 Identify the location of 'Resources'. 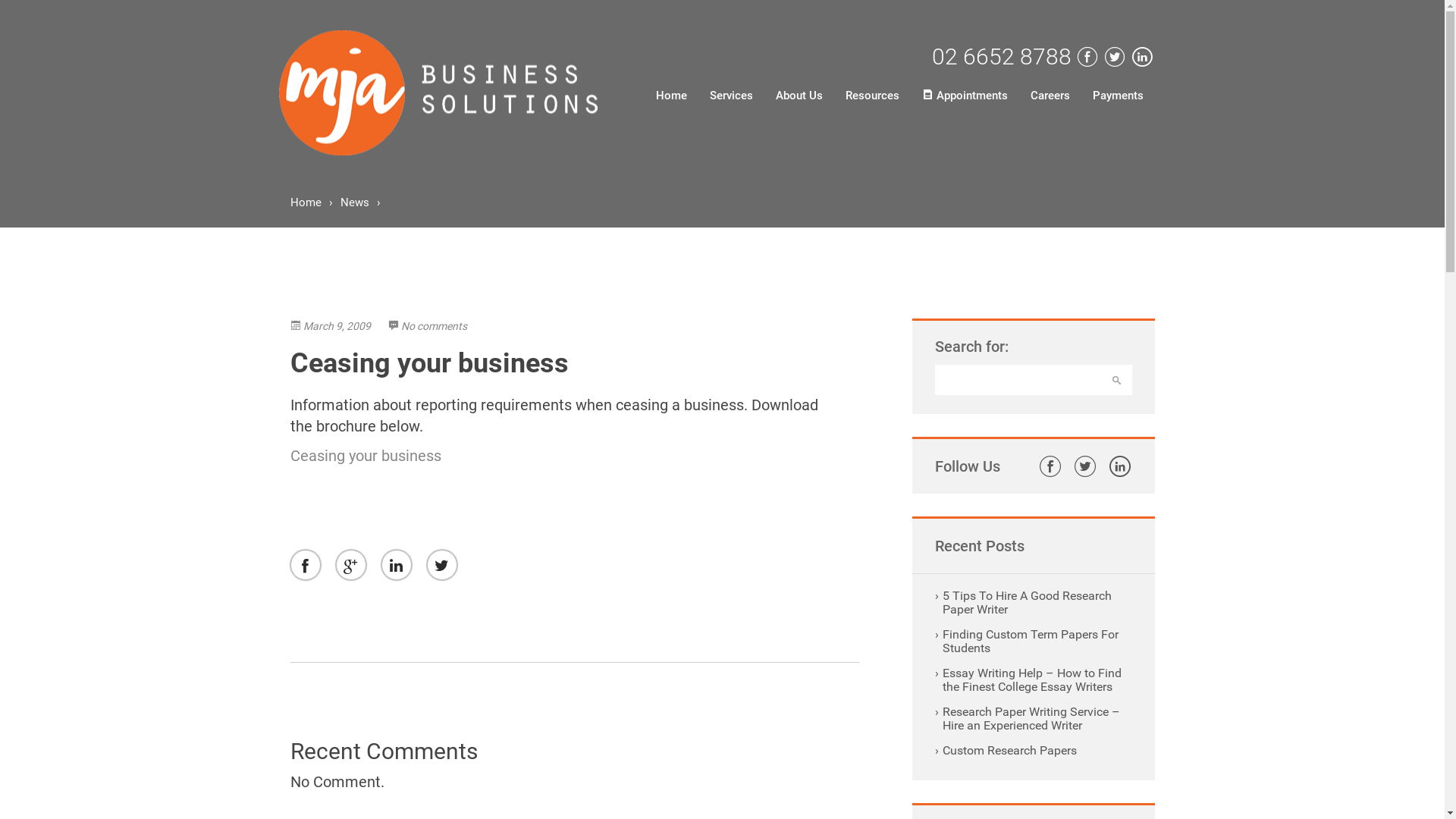
(872, 96).